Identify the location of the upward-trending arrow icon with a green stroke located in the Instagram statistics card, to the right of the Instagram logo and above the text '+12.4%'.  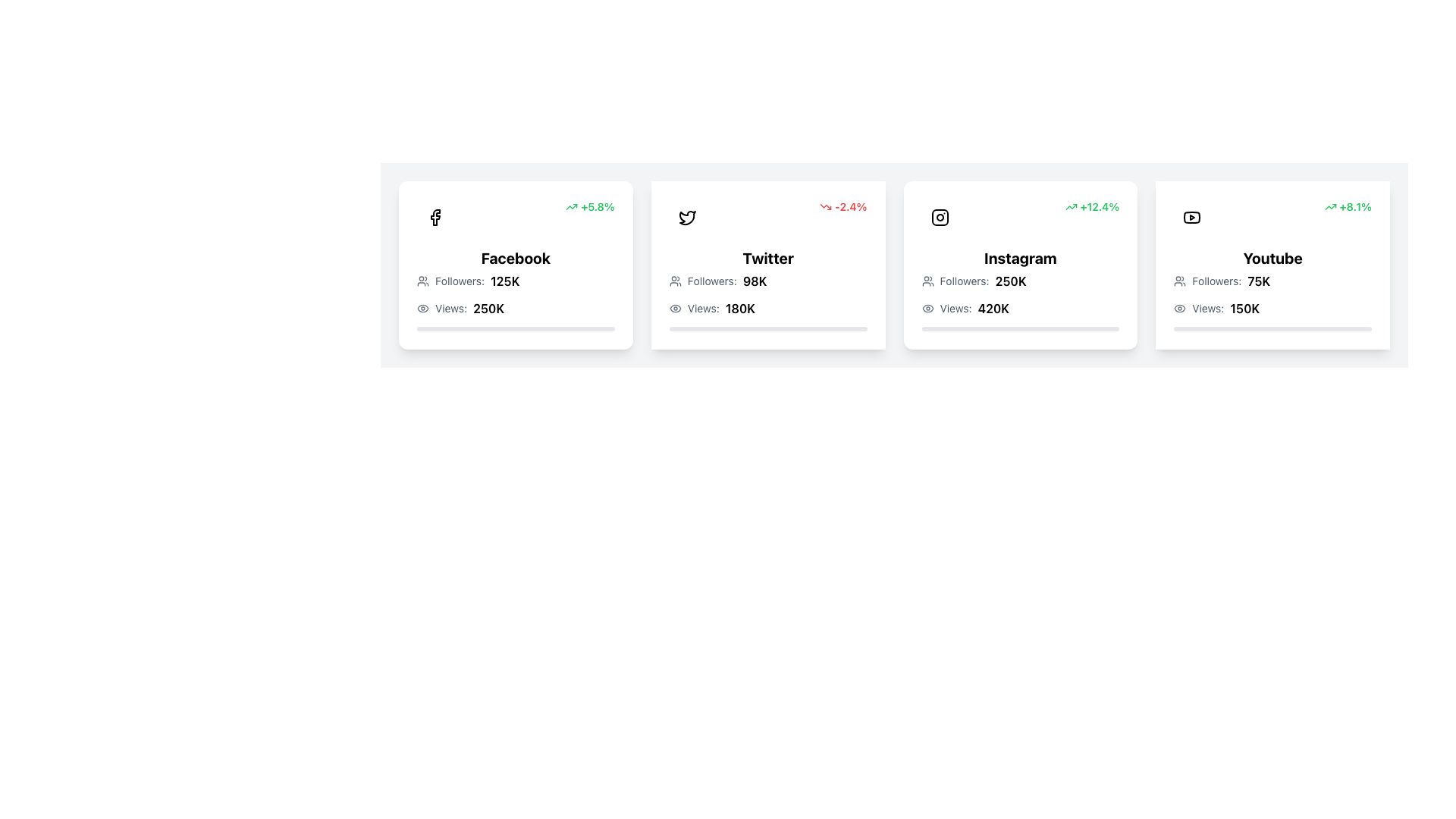
(1070, 207).